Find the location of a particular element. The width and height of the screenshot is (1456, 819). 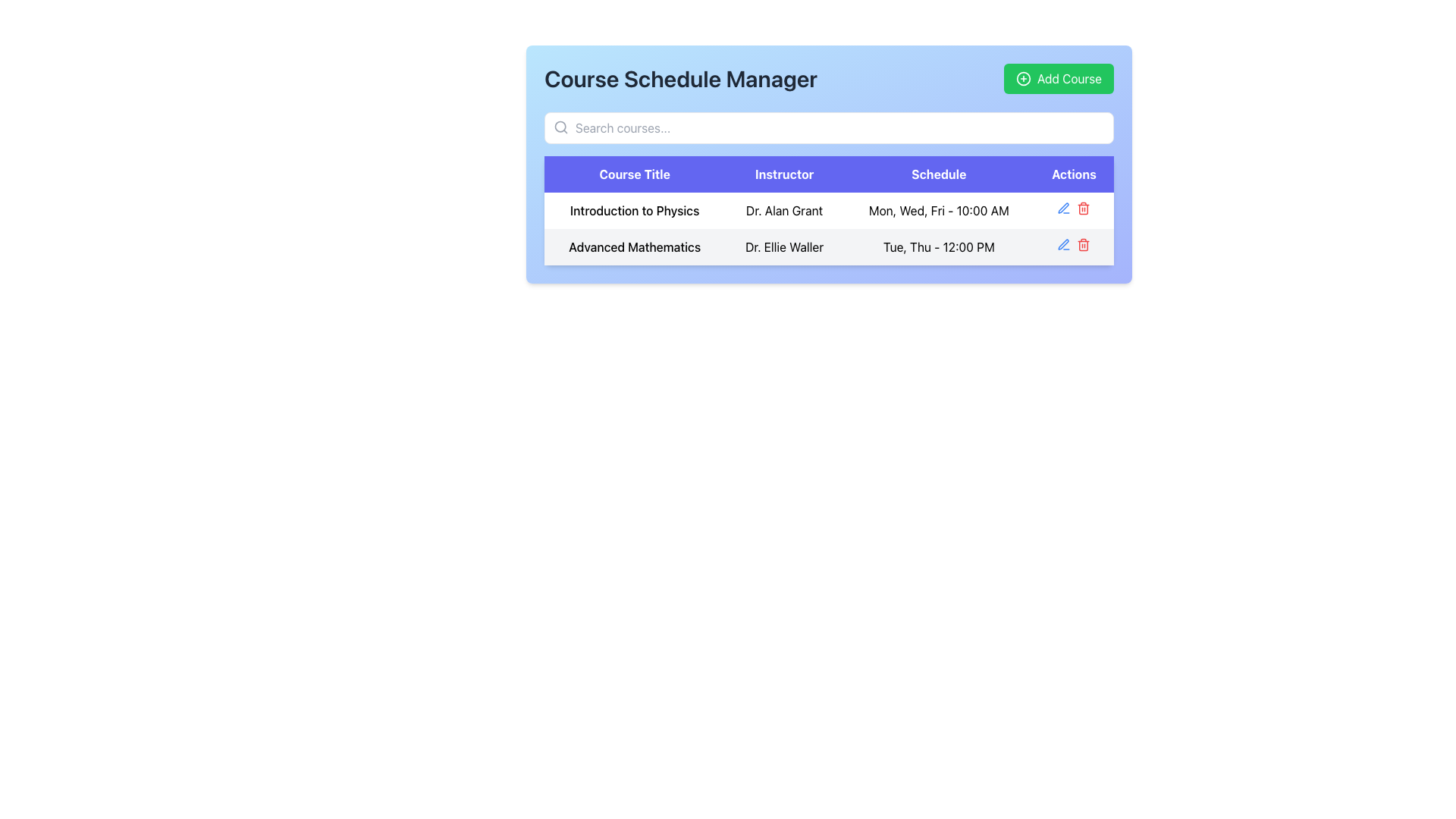

the cell in the course schedule data table is located at coordinates (828, 219).